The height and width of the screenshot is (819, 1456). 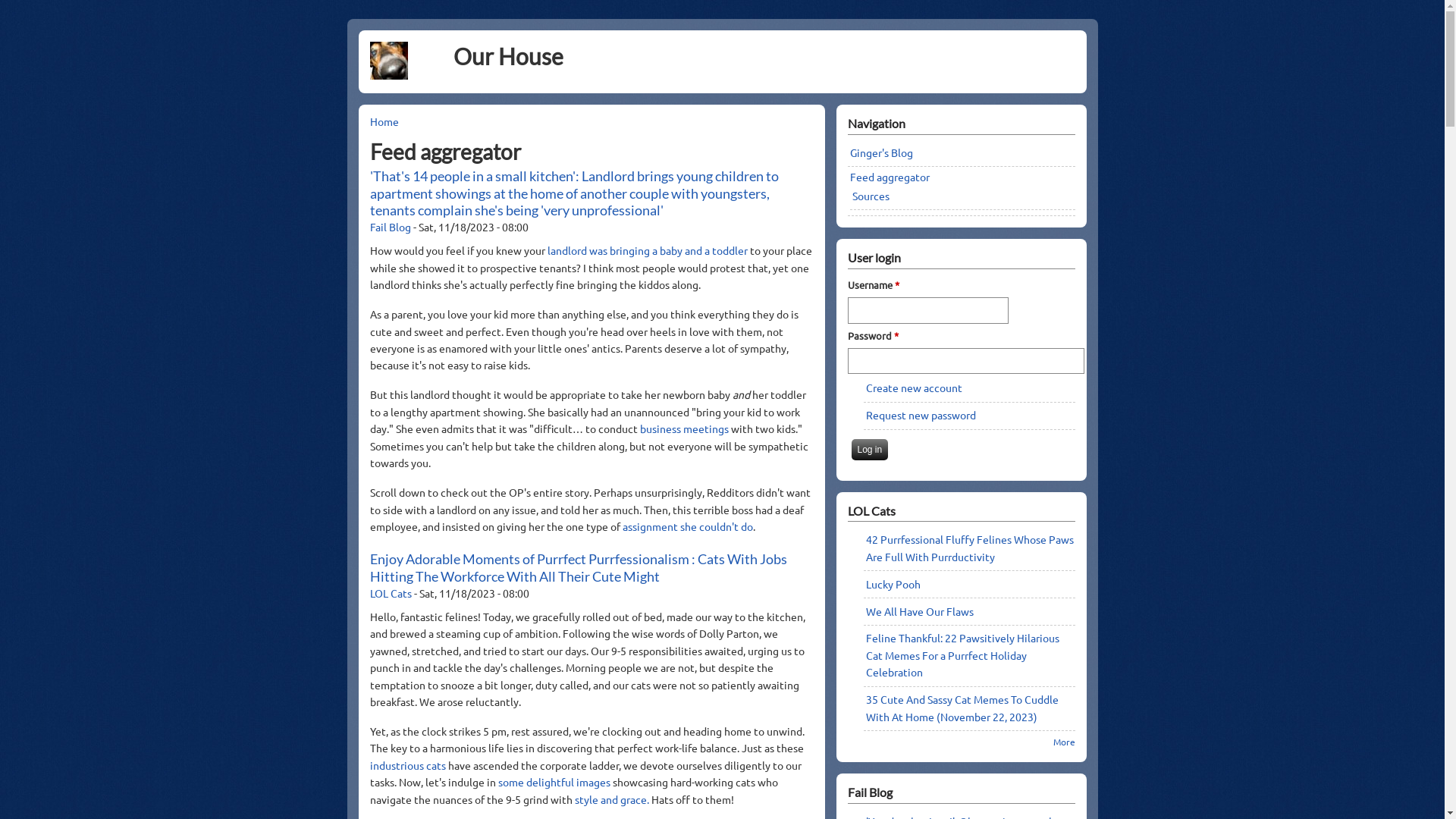 What do you see at coordinates (866, 415) in the screenshot?
I see `'Request new password'` at bounding box center [866, 415].